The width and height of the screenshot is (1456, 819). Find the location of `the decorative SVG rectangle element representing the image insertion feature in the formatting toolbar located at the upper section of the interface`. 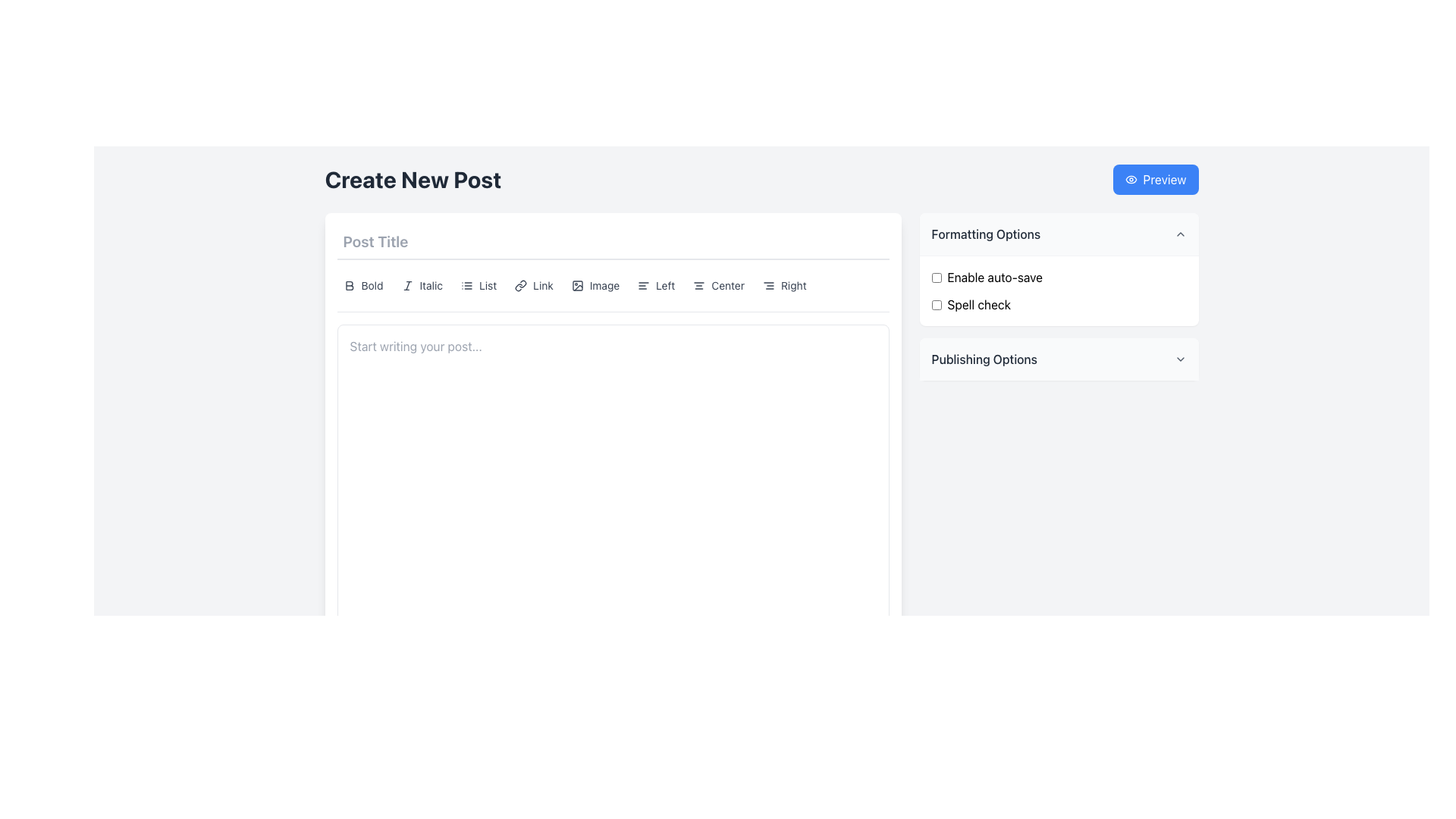

the decorative SVG rectangle element representing the image insertion feature in the formatting toolbar located at the upper section of the interface is located at coordinates (576, 286).